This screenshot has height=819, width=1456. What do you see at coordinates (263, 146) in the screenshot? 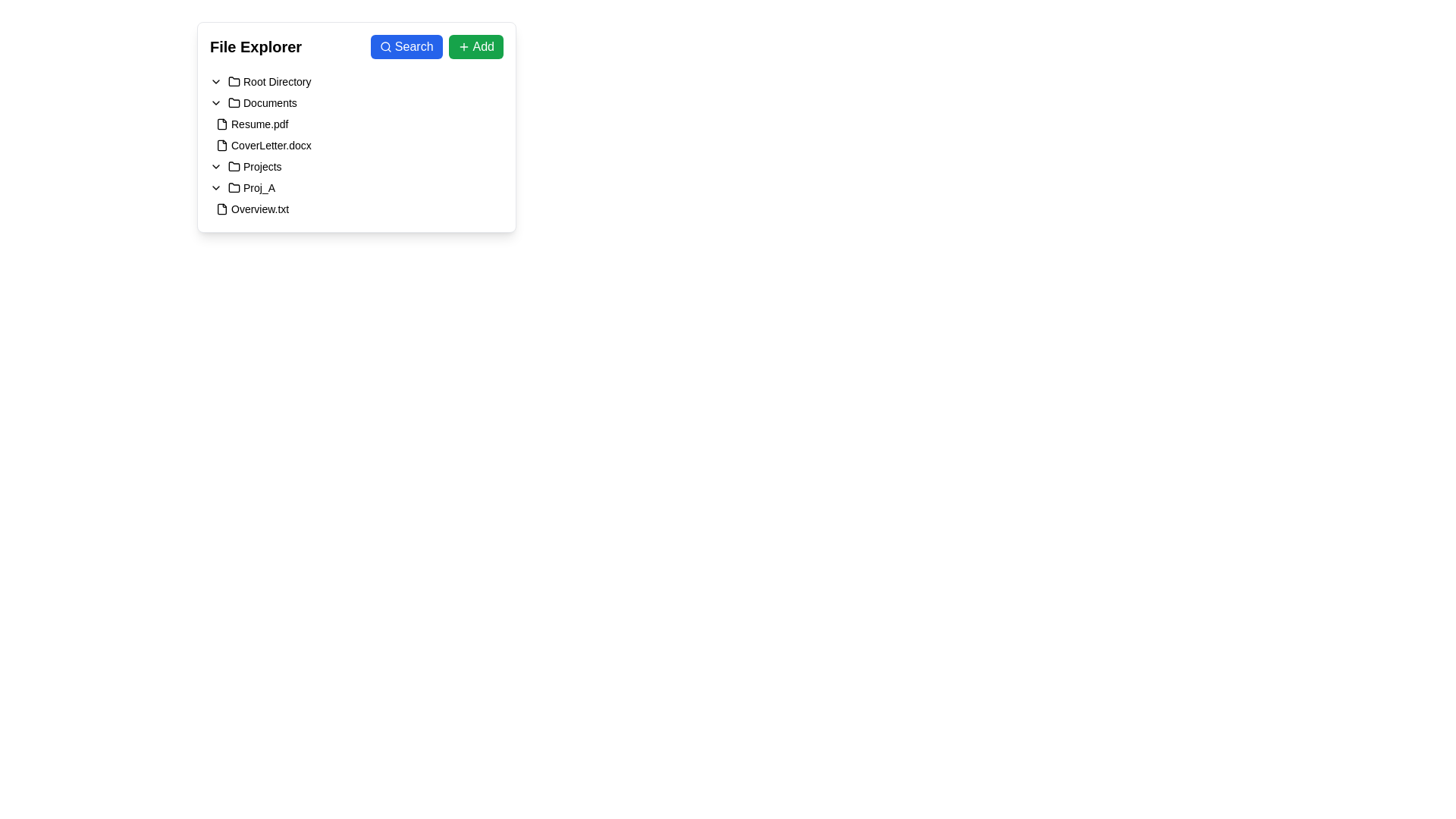
I see `on the 'CoverLetter.docx' file label with icon, which is the second item under the 'Documents' folder in the file explorer interface` at bounding box center [263, 146].